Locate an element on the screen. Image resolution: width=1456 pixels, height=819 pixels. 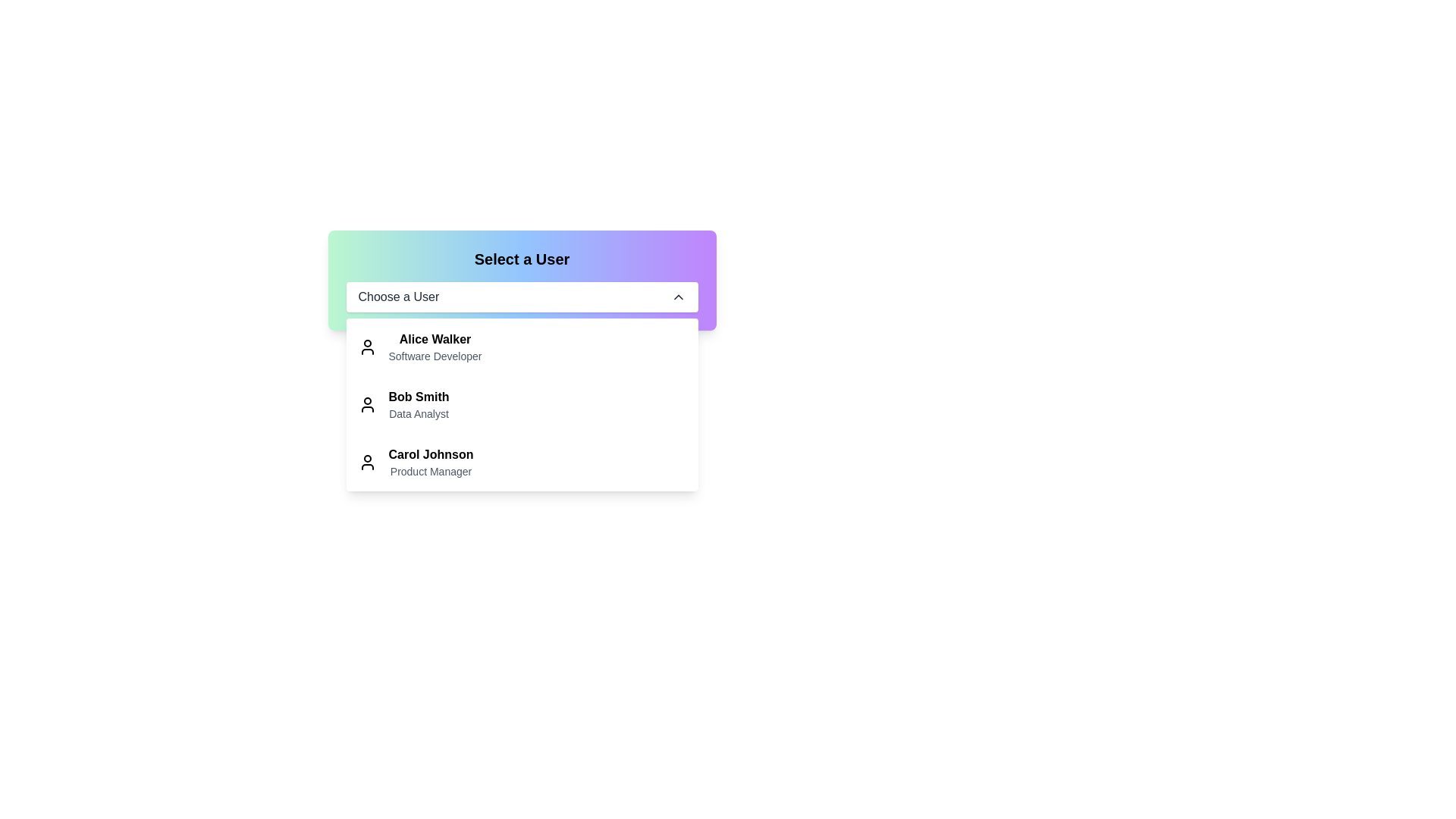
the Text Label displaying the user's name is located at coordinates (430, 454).